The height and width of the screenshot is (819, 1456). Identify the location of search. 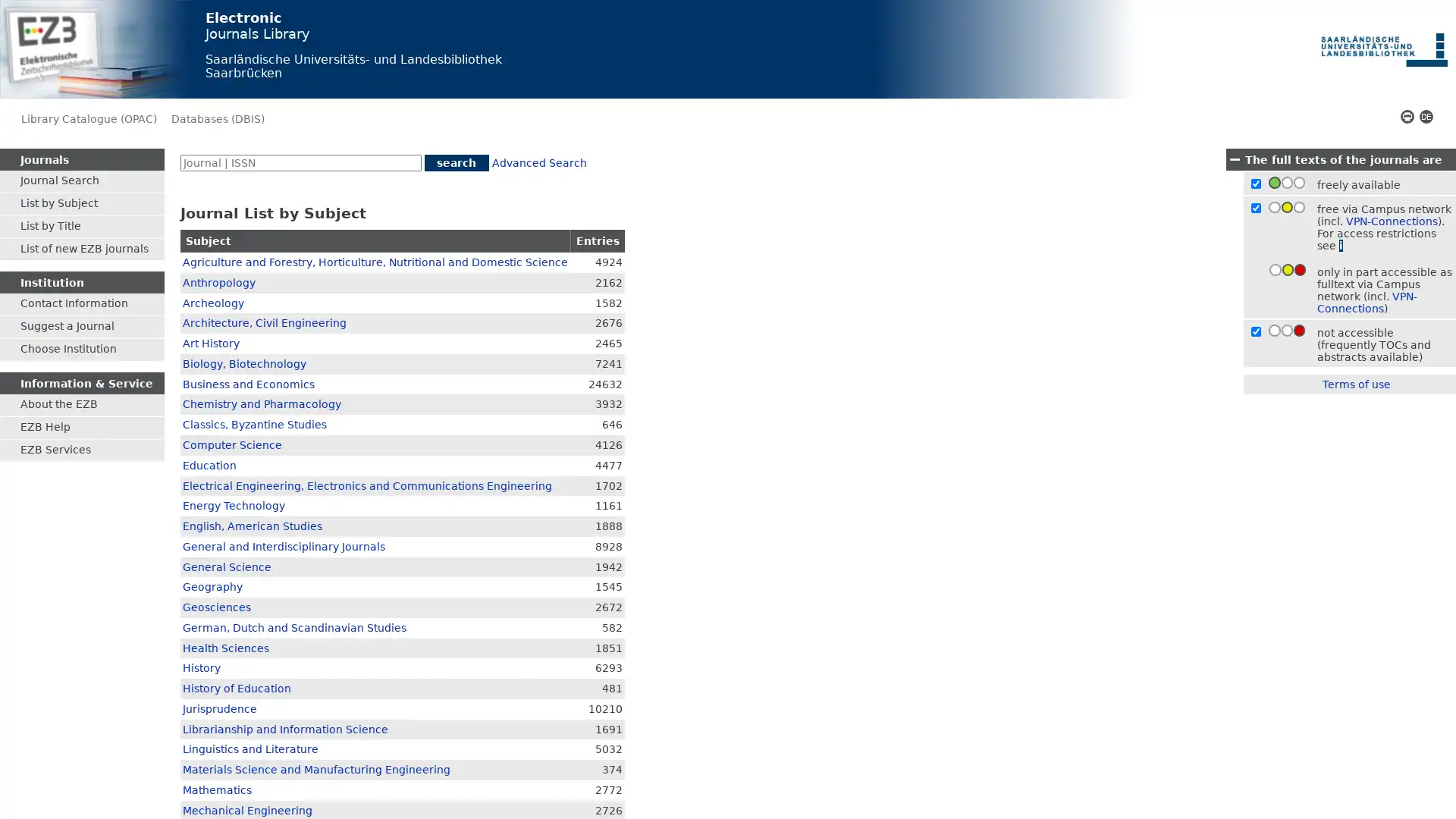
(455, 163).